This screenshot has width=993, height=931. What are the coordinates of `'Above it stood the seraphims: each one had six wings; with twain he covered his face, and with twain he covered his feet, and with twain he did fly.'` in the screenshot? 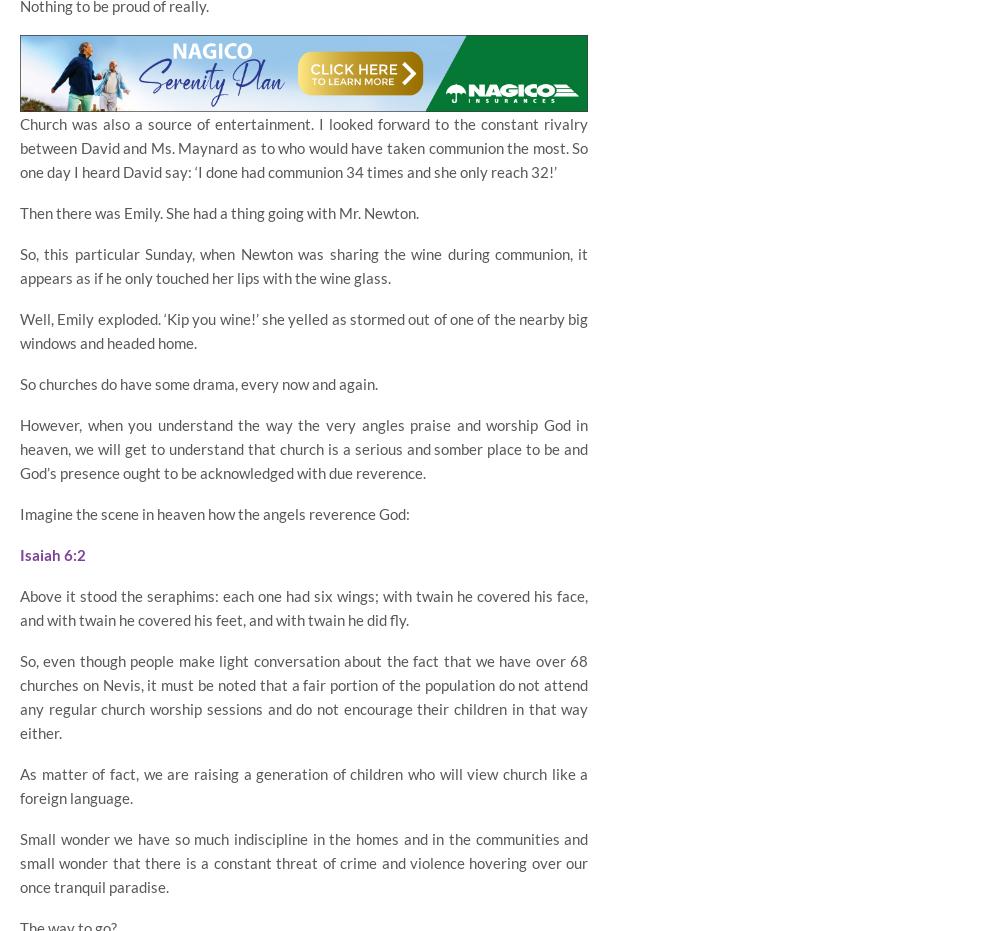 It's located at (18, 607).